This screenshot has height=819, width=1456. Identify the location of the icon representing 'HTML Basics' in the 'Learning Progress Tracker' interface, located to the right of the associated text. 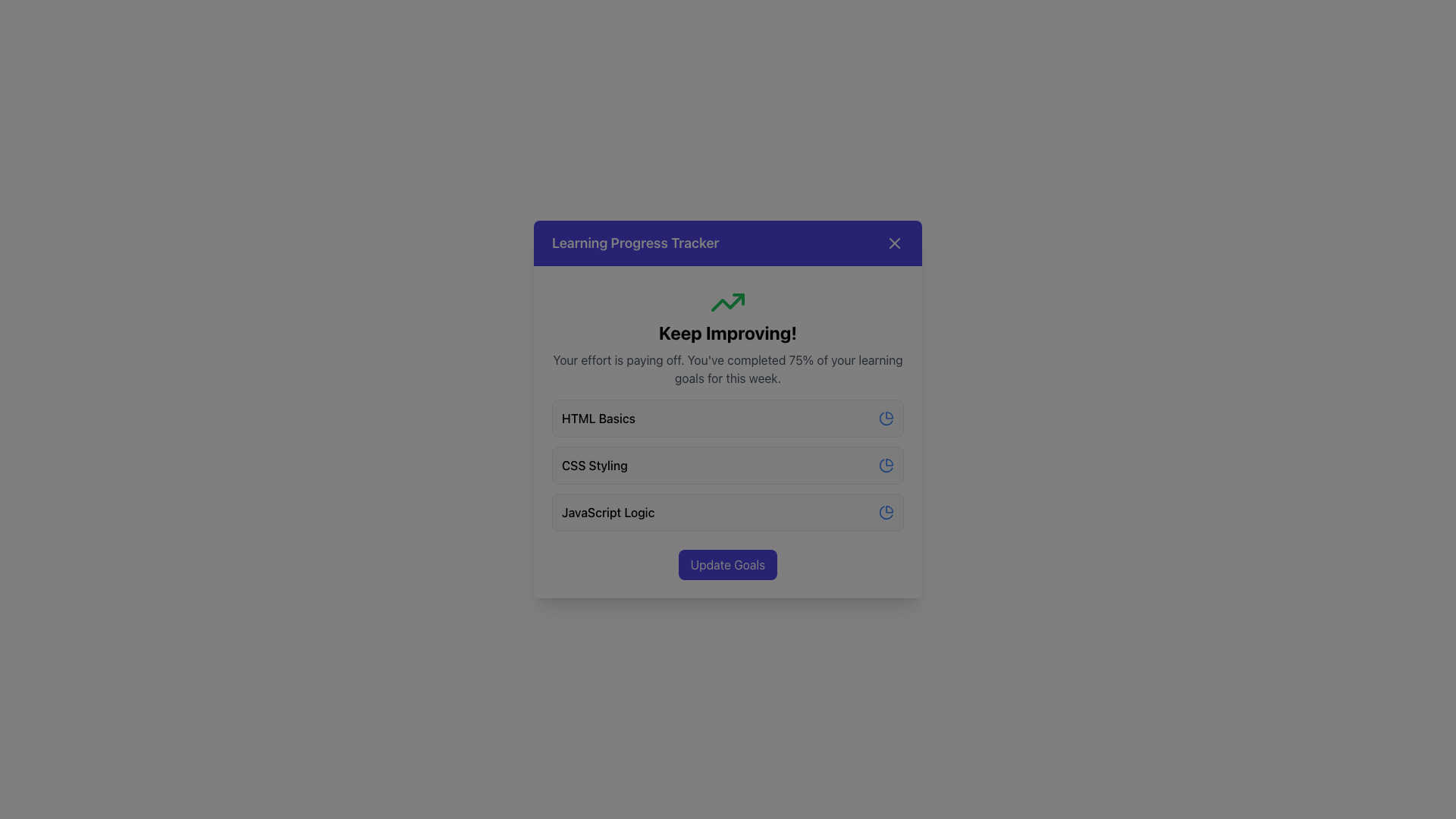
(886, 418).